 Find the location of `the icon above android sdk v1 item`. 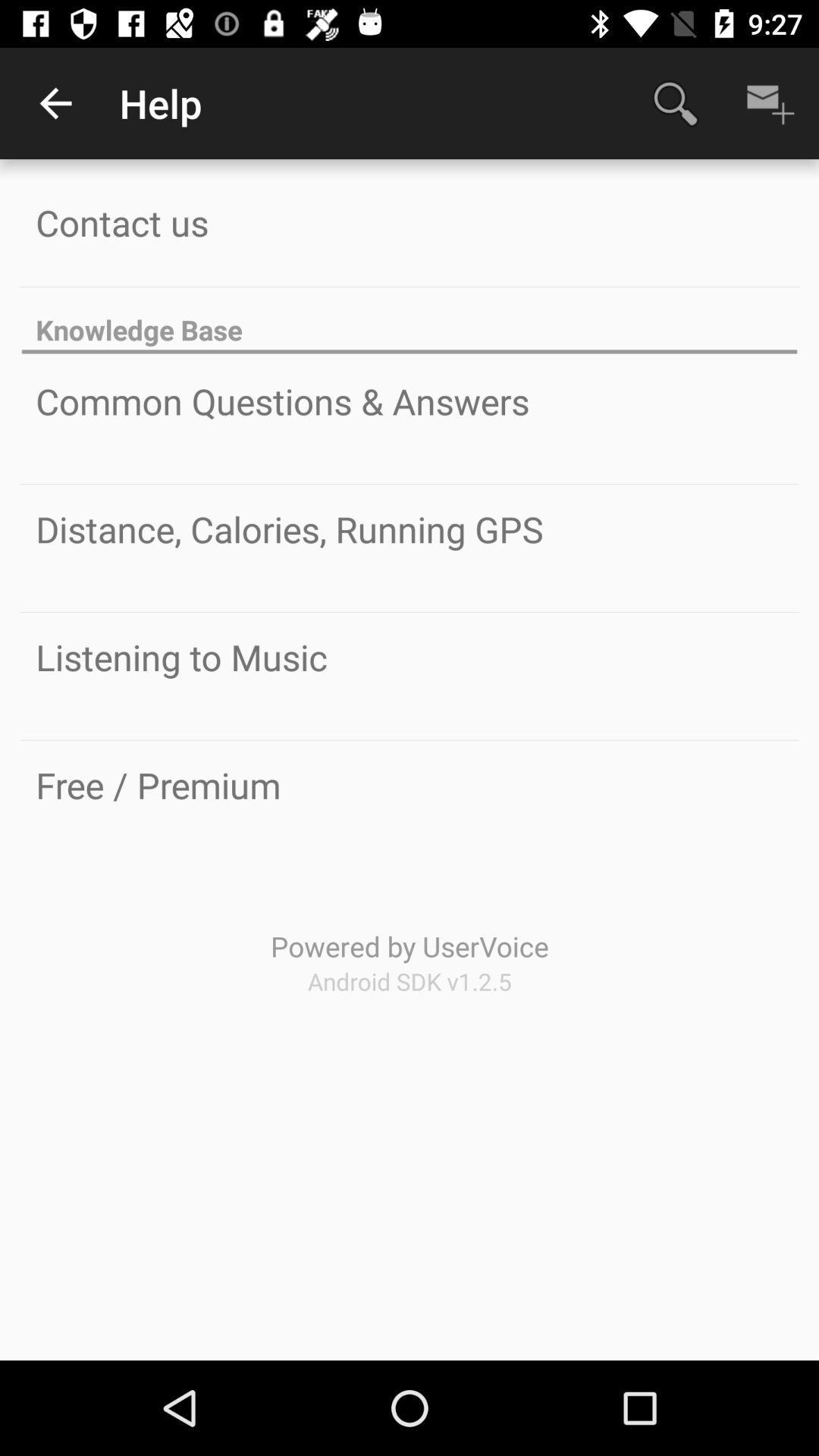

the icon above android sdk v1 item is located at coordinates (409, 946).